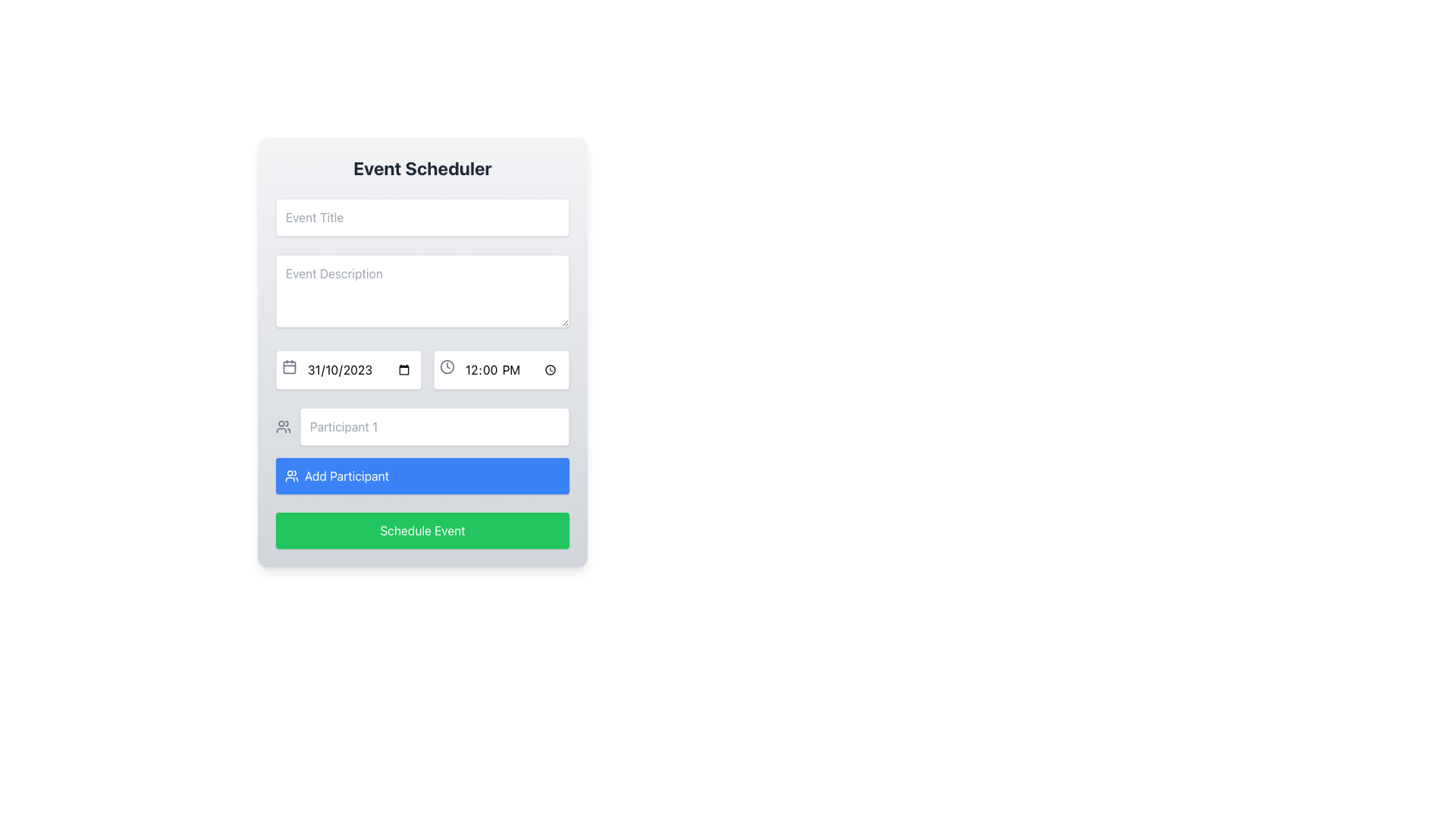 Image resolution: width=1456 pixels, height=819 pixels. Describe the element at coordinates (290, 366) in the screenshot. I see `the calendar icon located to the left of the 'Date Picker' input field to trigger tooltips or animations` at that location.